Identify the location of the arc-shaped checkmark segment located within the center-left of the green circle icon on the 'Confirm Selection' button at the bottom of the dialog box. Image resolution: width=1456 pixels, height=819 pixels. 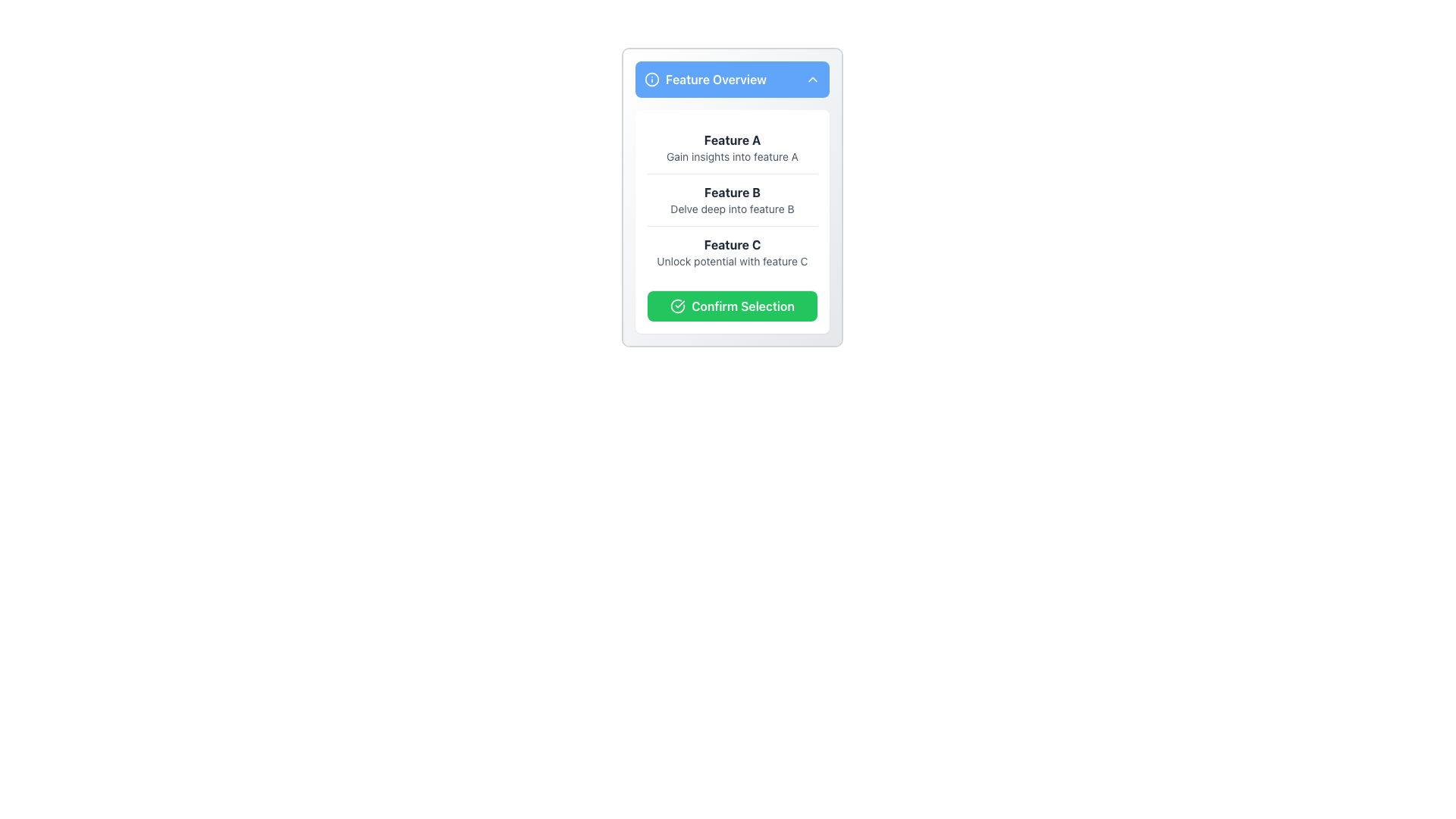
(677, 306).